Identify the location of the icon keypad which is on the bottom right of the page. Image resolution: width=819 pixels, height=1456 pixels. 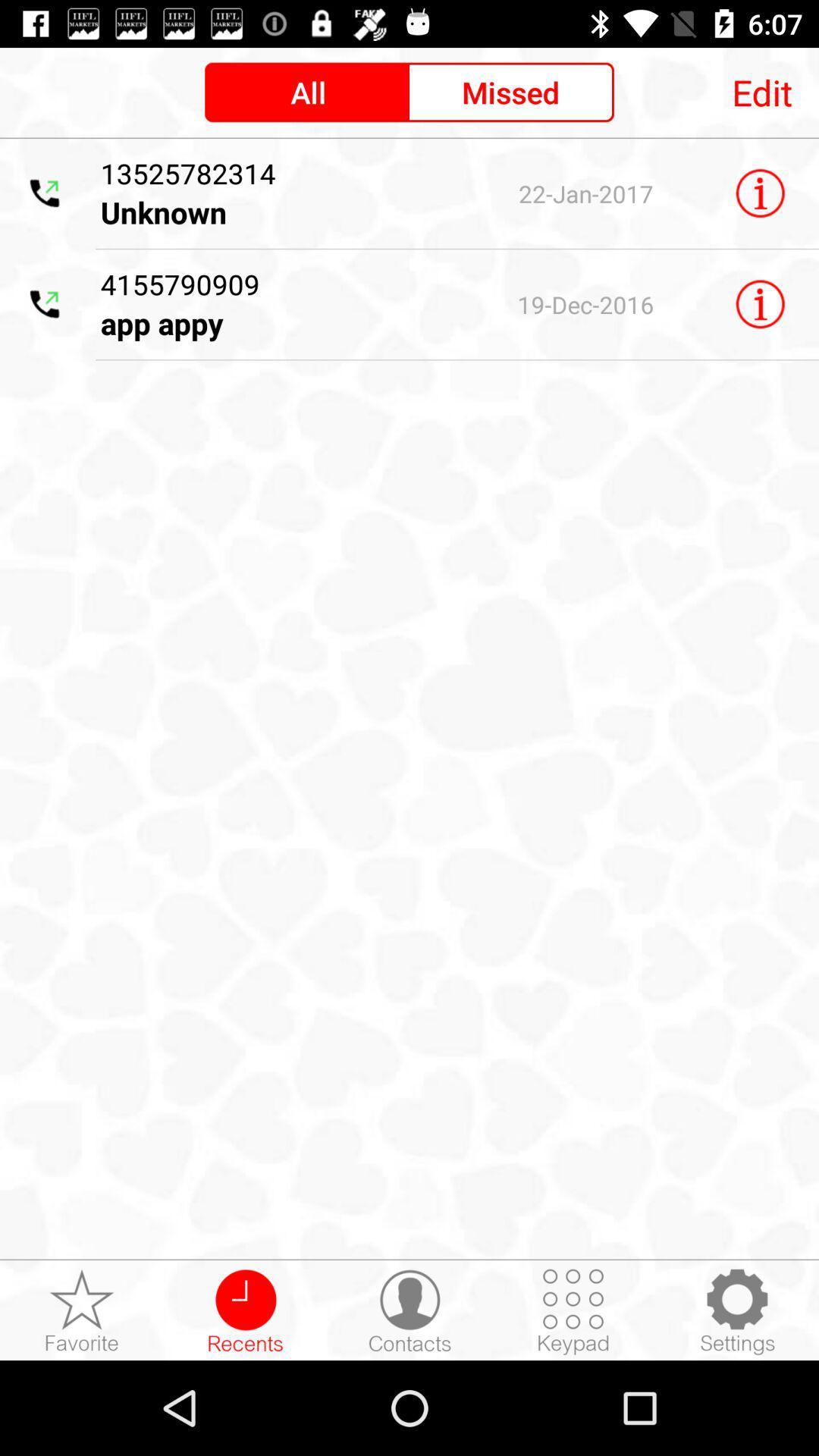
(573, 1310).